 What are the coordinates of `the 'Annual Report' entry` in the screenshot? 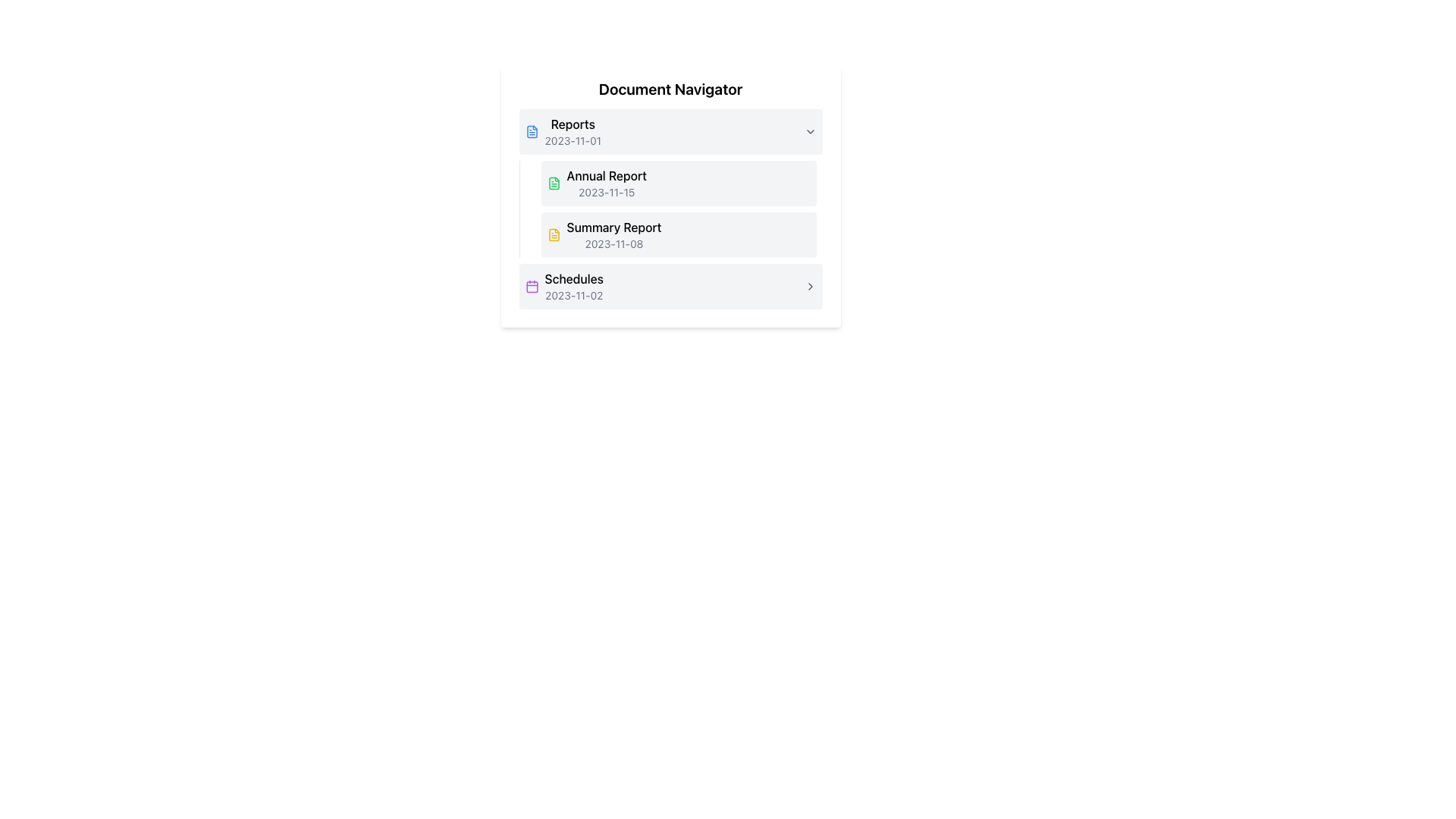 It's located at (670, 183).